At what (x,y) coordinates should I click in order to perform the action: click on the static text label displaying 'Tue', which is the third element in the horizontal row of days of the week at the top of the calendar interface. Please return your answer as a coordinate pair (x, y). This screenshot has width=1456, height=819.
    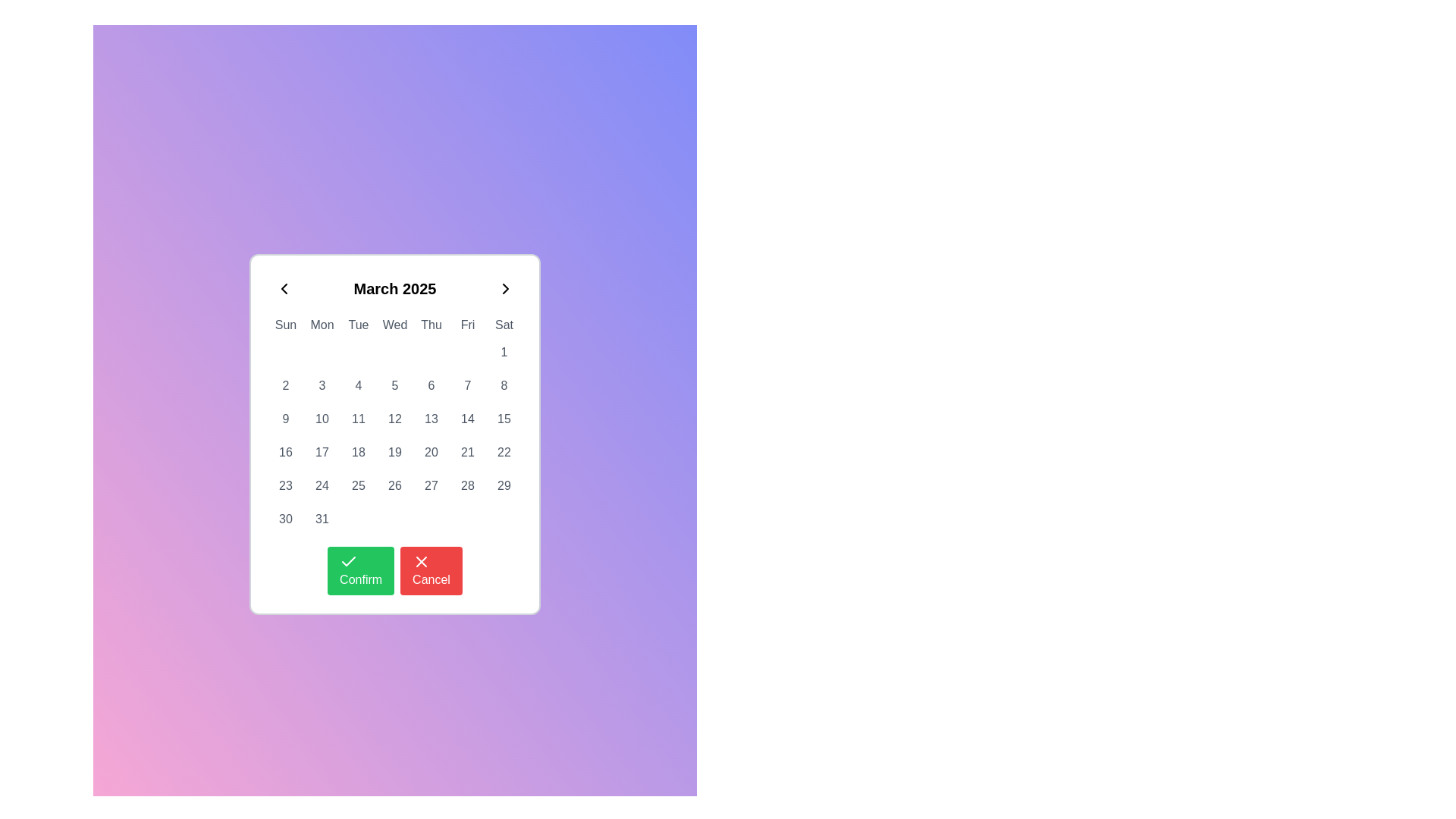
    Looking at the image, I should click on (358, 324).